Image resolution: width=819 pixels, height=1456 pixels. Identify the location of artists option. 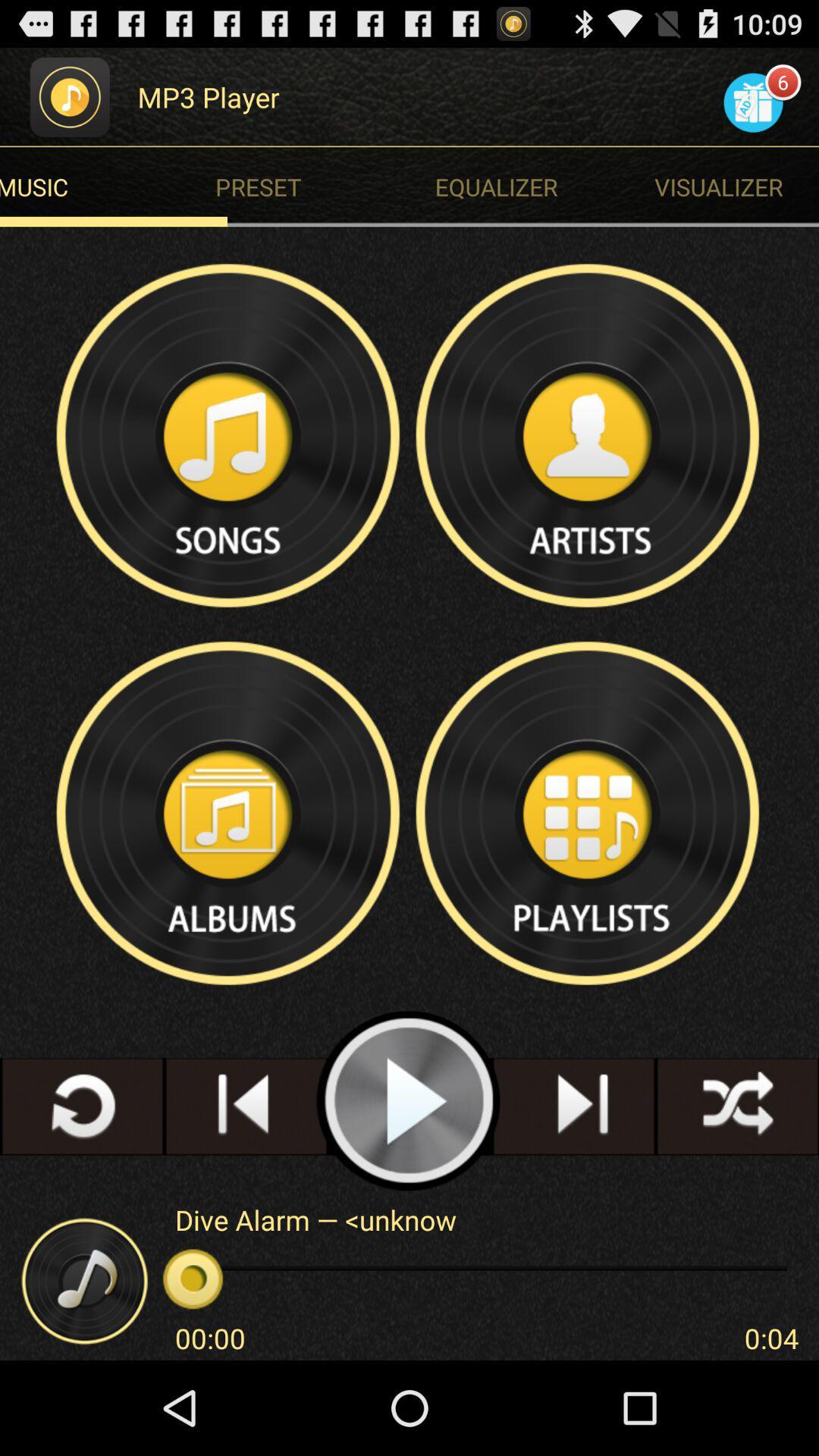
(588, 435).